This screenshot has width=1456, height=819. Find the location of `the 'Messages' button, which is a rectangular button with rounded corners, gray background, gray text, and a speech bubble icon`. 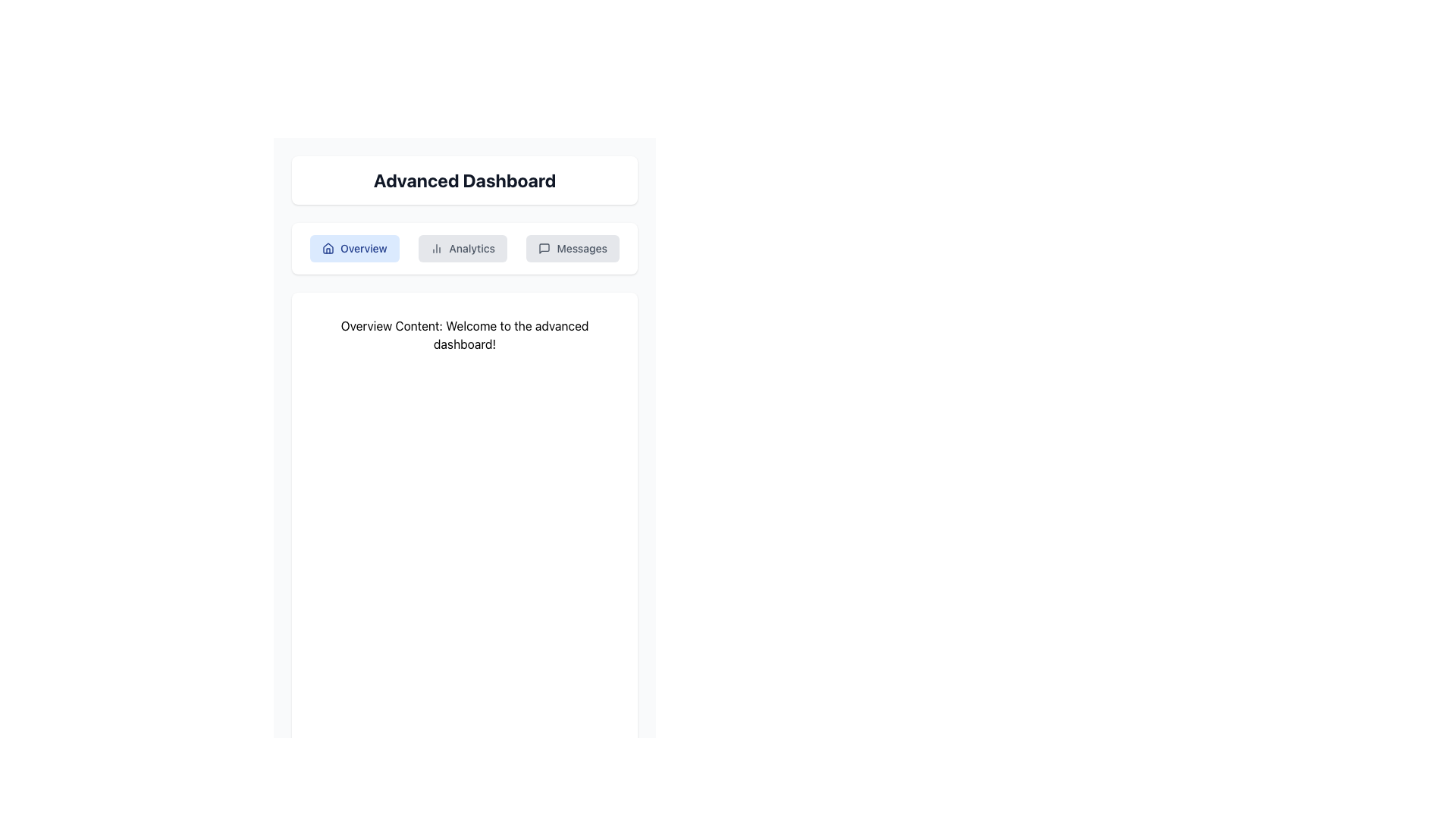

the 'Messages' button, which is a rectangular button with rounded corners, gray background, gray text, and a speech bubble icon is located at coordinates (572, 247).